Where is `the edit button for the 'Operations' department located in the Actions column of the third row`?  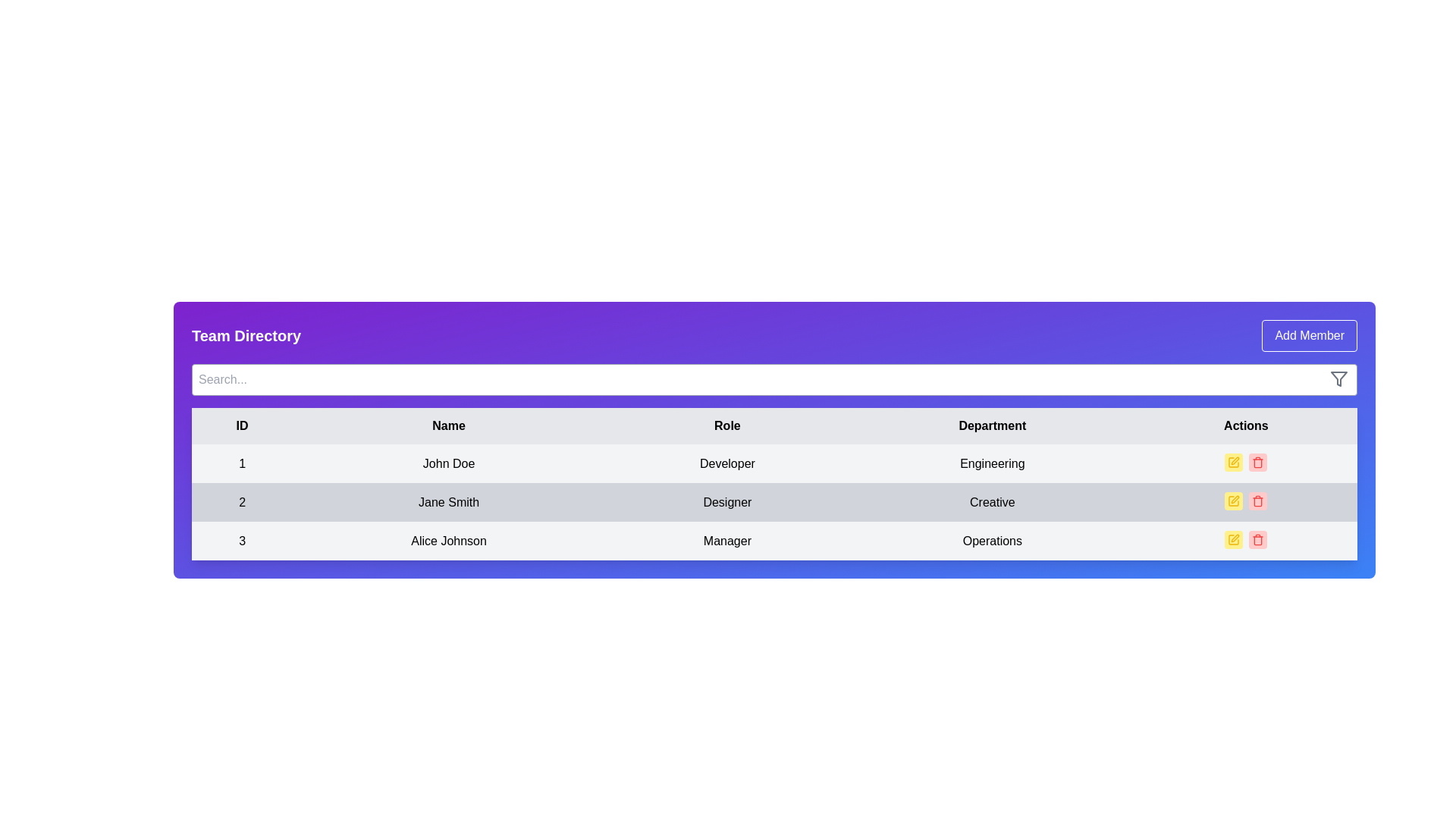 the edit button for the 'Operations' department located in the Actions column of the third row is located at coordinates (1234, 539).